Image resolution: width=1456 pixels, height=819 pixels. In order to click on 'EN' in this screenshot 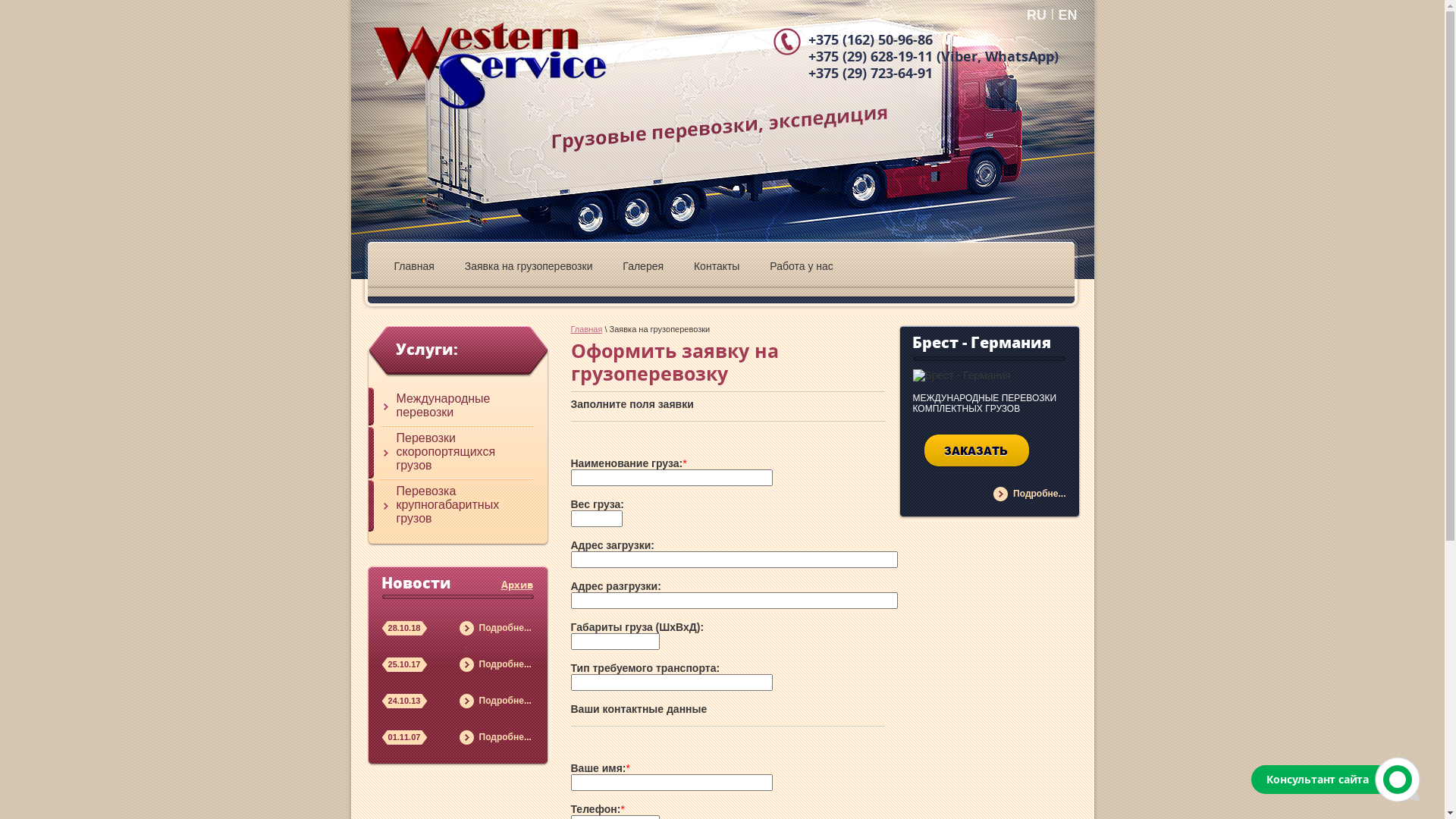, I will do `click(1066, 15)`.